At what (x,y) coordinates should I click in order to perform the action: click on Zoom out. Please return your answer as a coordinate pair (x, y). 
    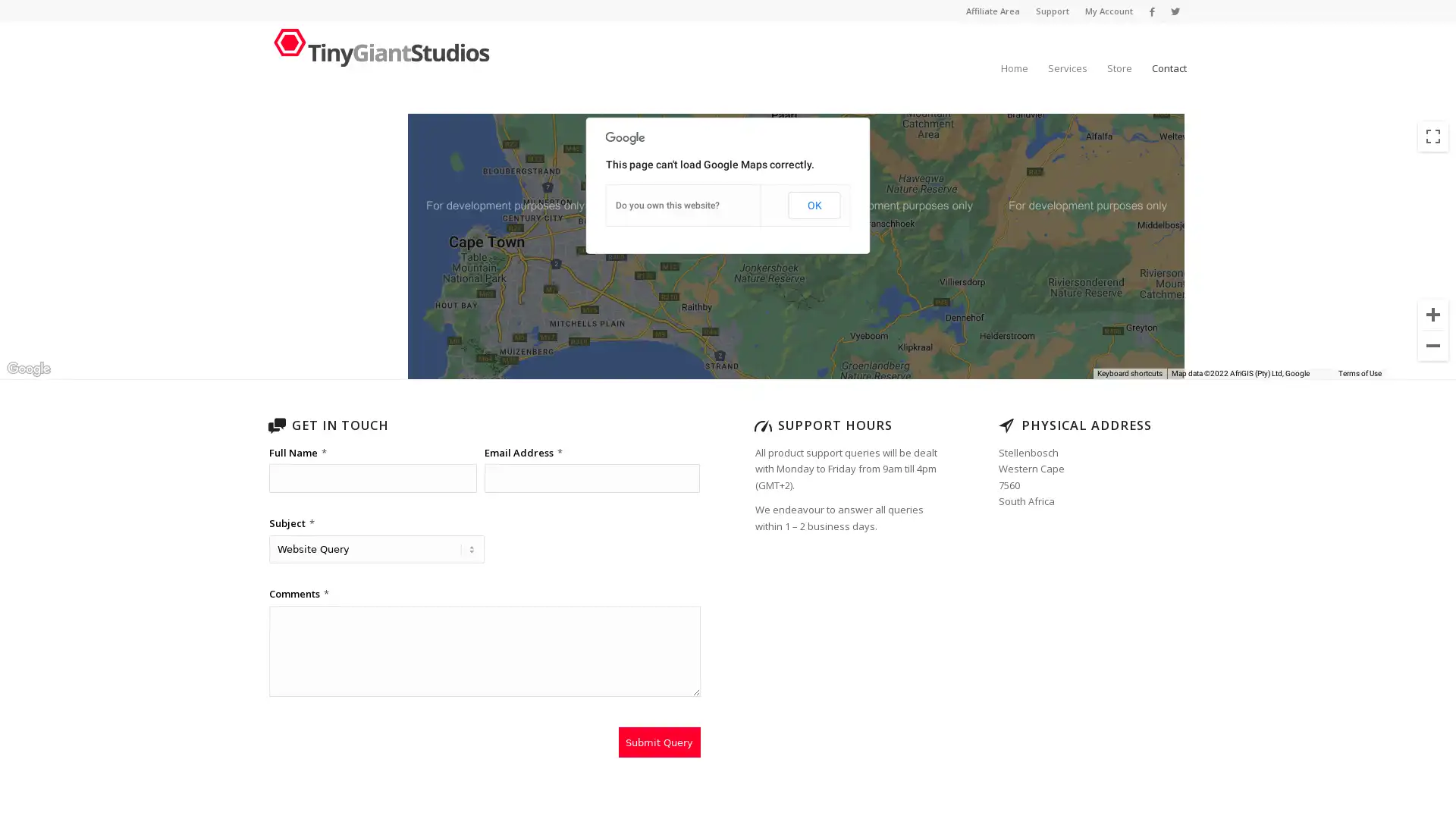
    Looking at the image, I should click on (1432, 345).